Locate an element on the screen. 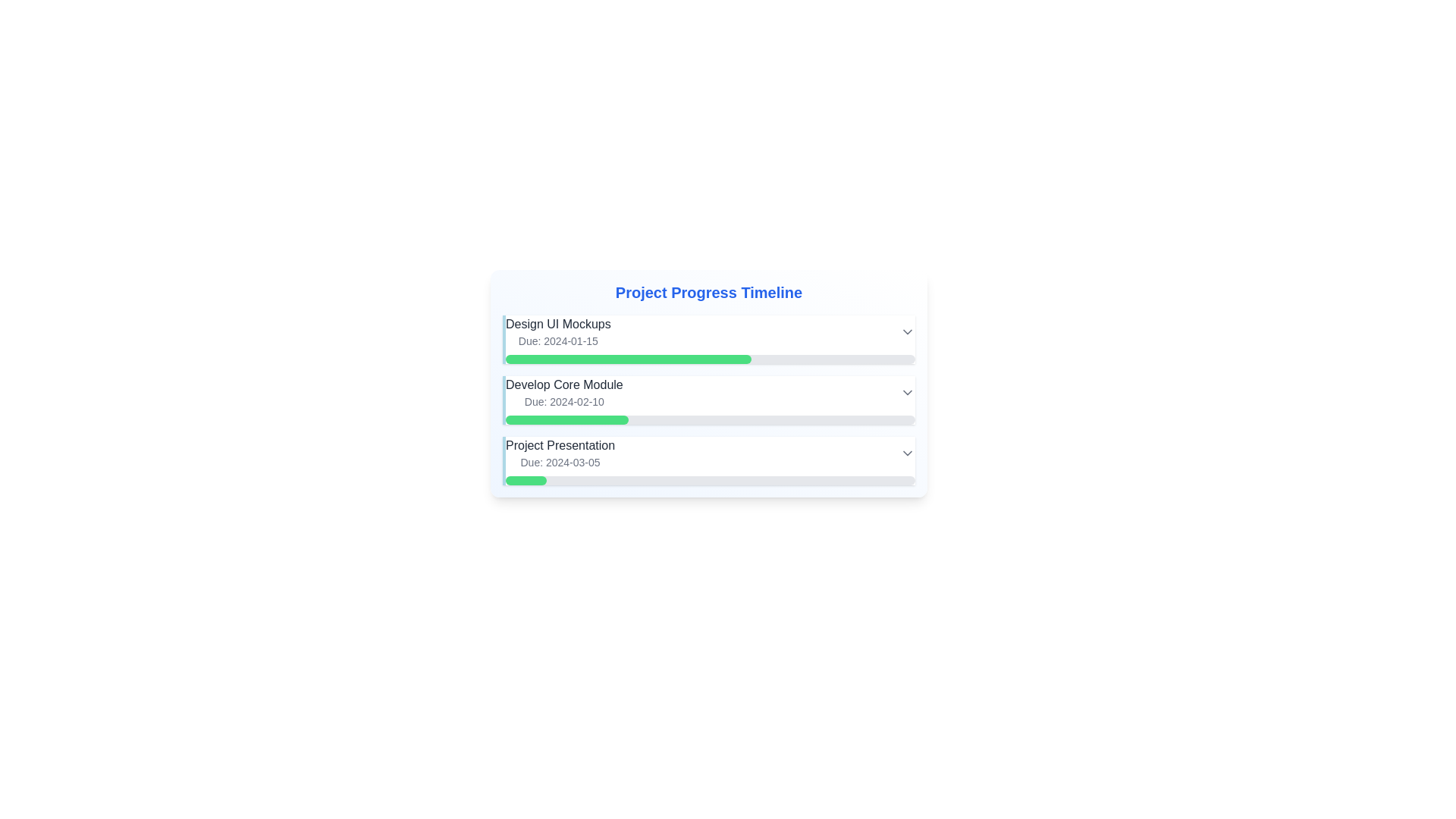  the text display element that shows 'Design UI Mockups' and its due date 'Due: 2024-01-15', positioned under the header 'Project Progress Timeline' is located at coordinates (557, 331).